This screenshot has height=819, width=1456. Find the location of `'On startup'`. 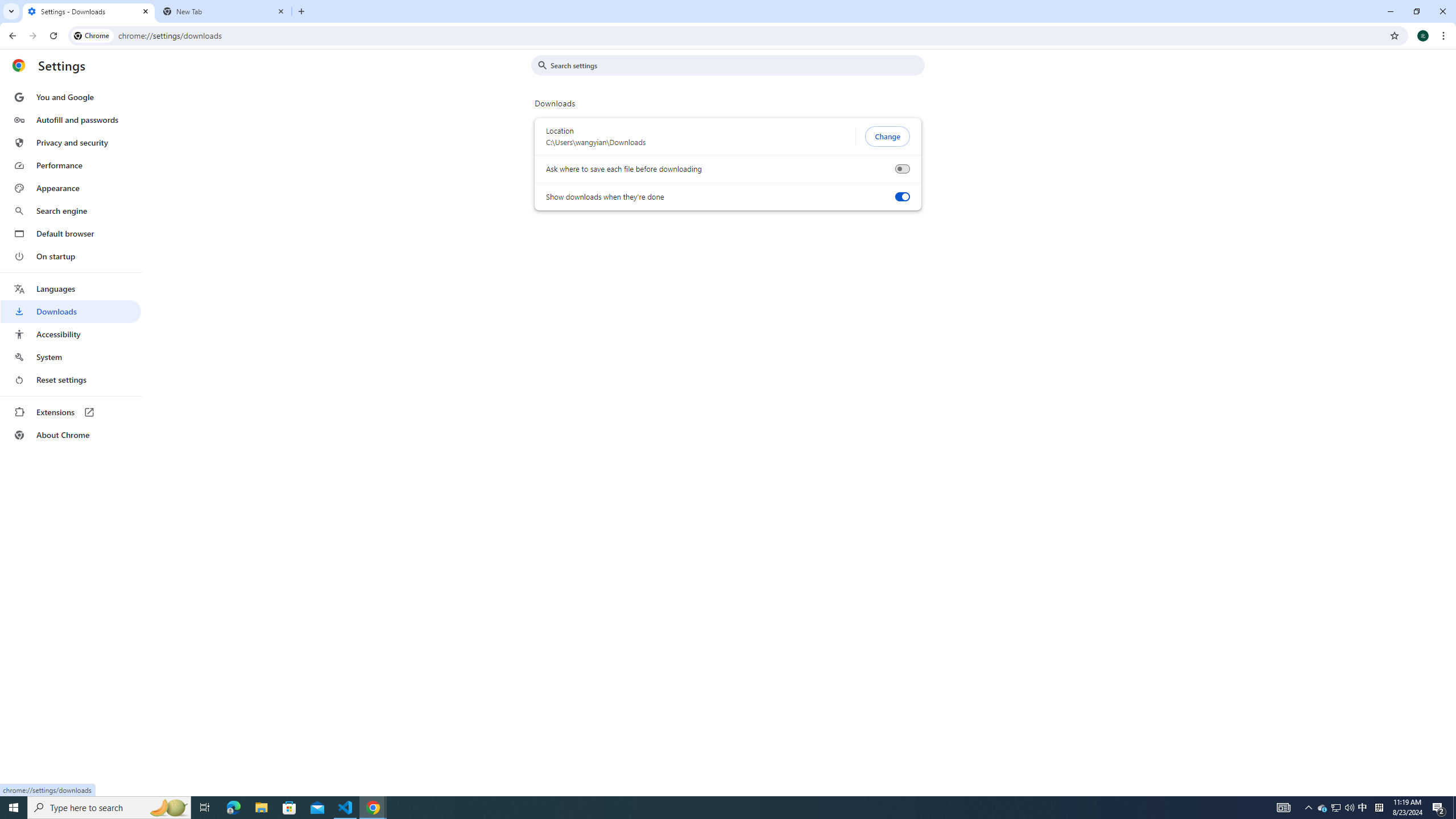

'On startup' is located at coordinates (70, 255).